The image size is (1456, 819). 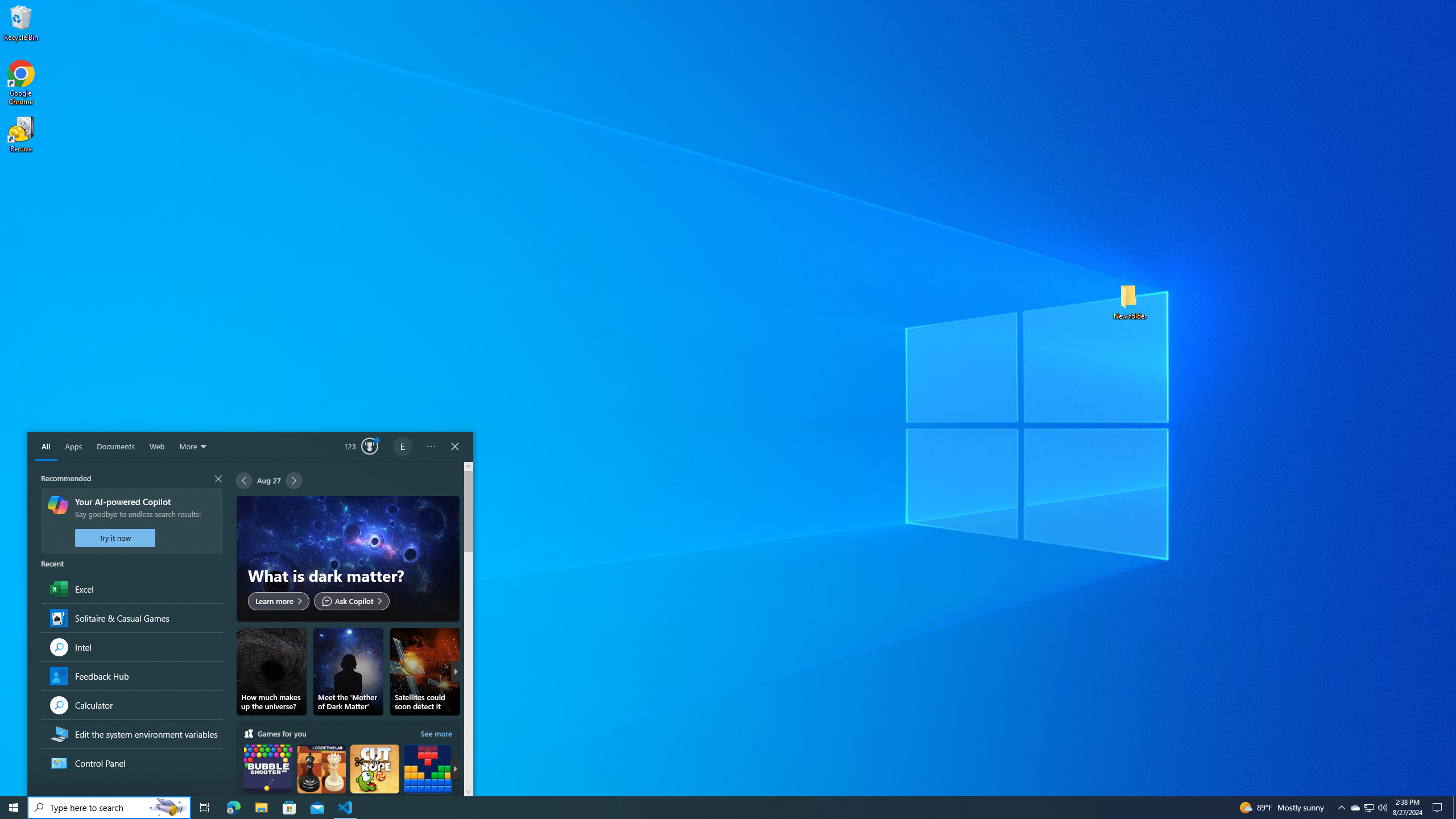 What do you see at coordinates (131, 520) in the screenshot?
I see `'Your AI-powered CopilotTry it now'` at bounding box center [131, 520].